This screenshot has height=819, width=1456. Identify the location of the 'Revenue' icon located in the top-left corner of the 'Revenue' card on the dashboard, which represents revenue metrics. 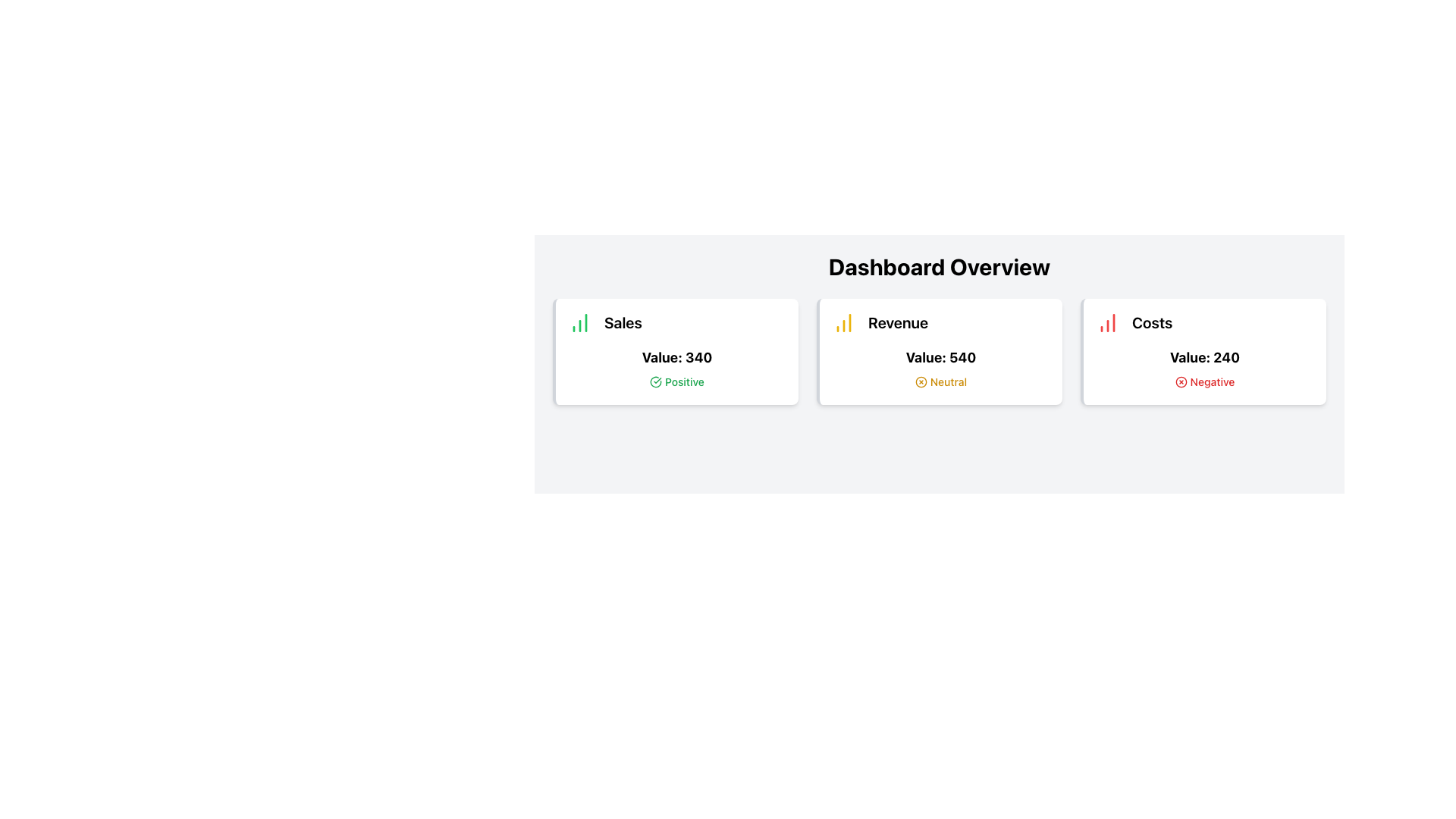
(843, 322).